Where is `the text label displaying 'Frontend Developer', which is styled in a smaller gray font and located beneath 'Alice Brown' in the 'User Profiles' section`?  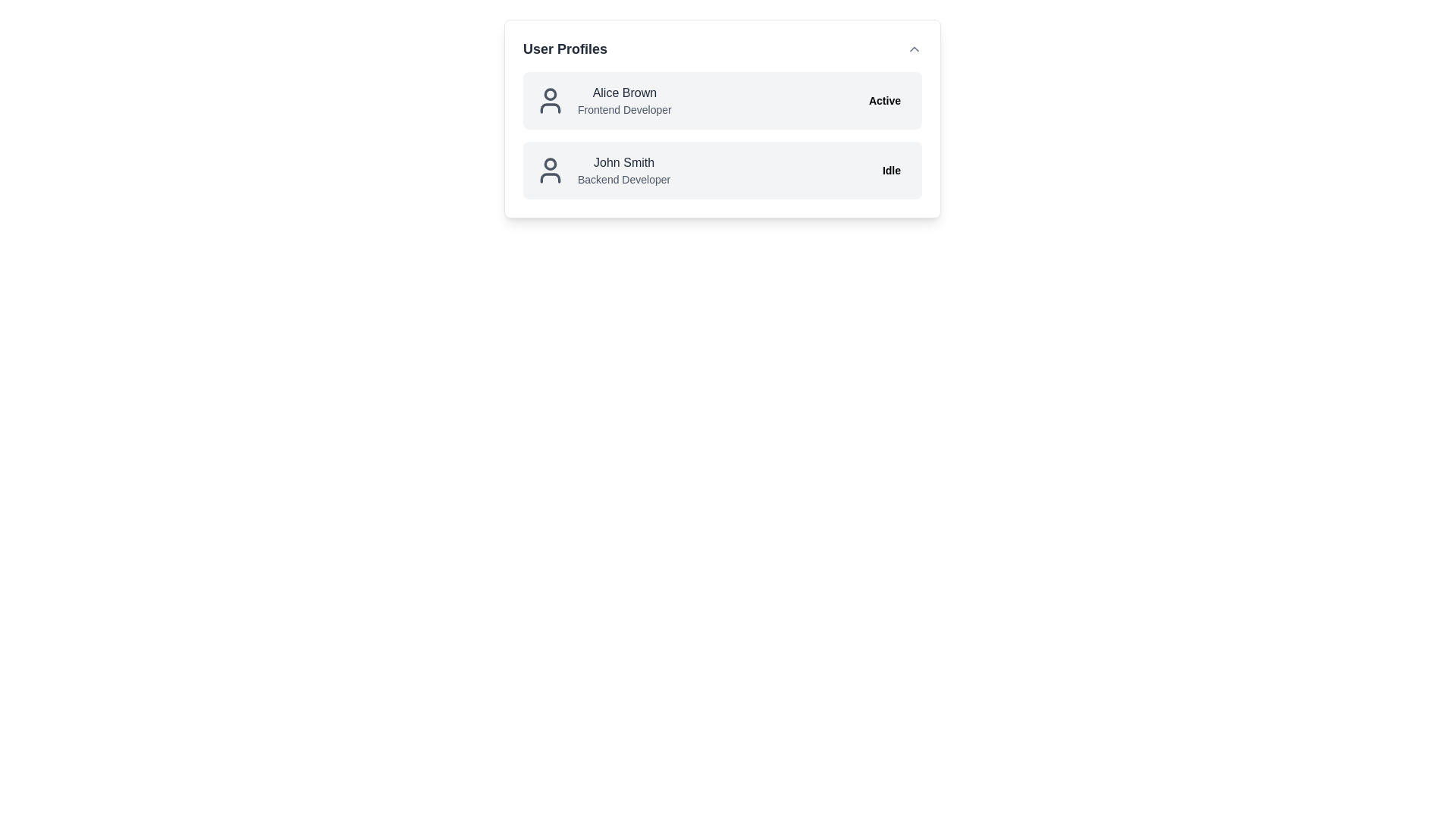 the text label displaying 'Frontend Developer', which is styled in a smaller gray font and located beneath 'Alice Brown' in the 'User Profiles' section is located at coordinates (624, 109).